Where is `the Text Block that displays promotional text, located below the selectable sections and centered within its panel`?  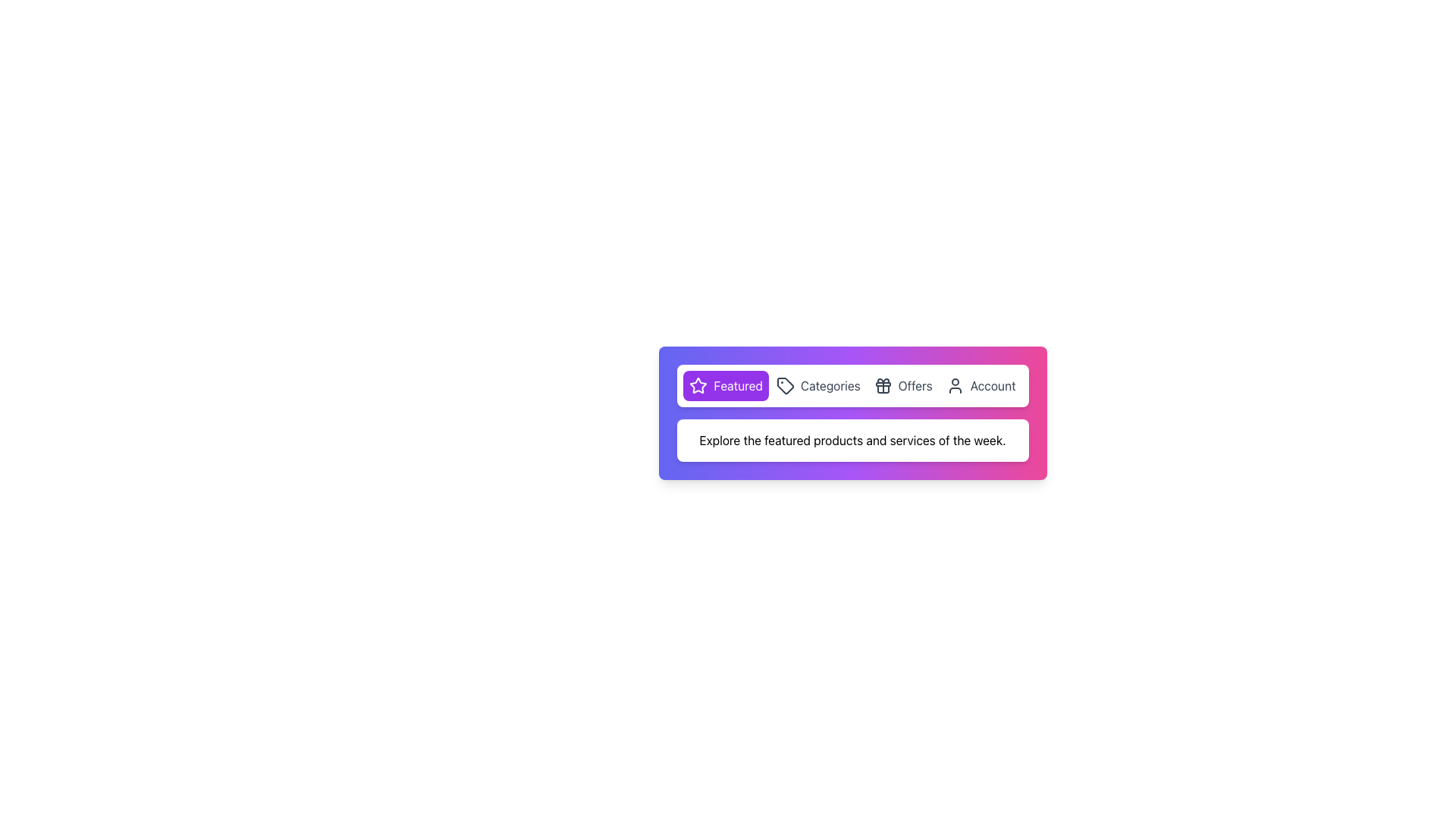
the Text Block that displays promotional text, located below the selectable sections and centered within its panel is located at coordinates (852, 441).